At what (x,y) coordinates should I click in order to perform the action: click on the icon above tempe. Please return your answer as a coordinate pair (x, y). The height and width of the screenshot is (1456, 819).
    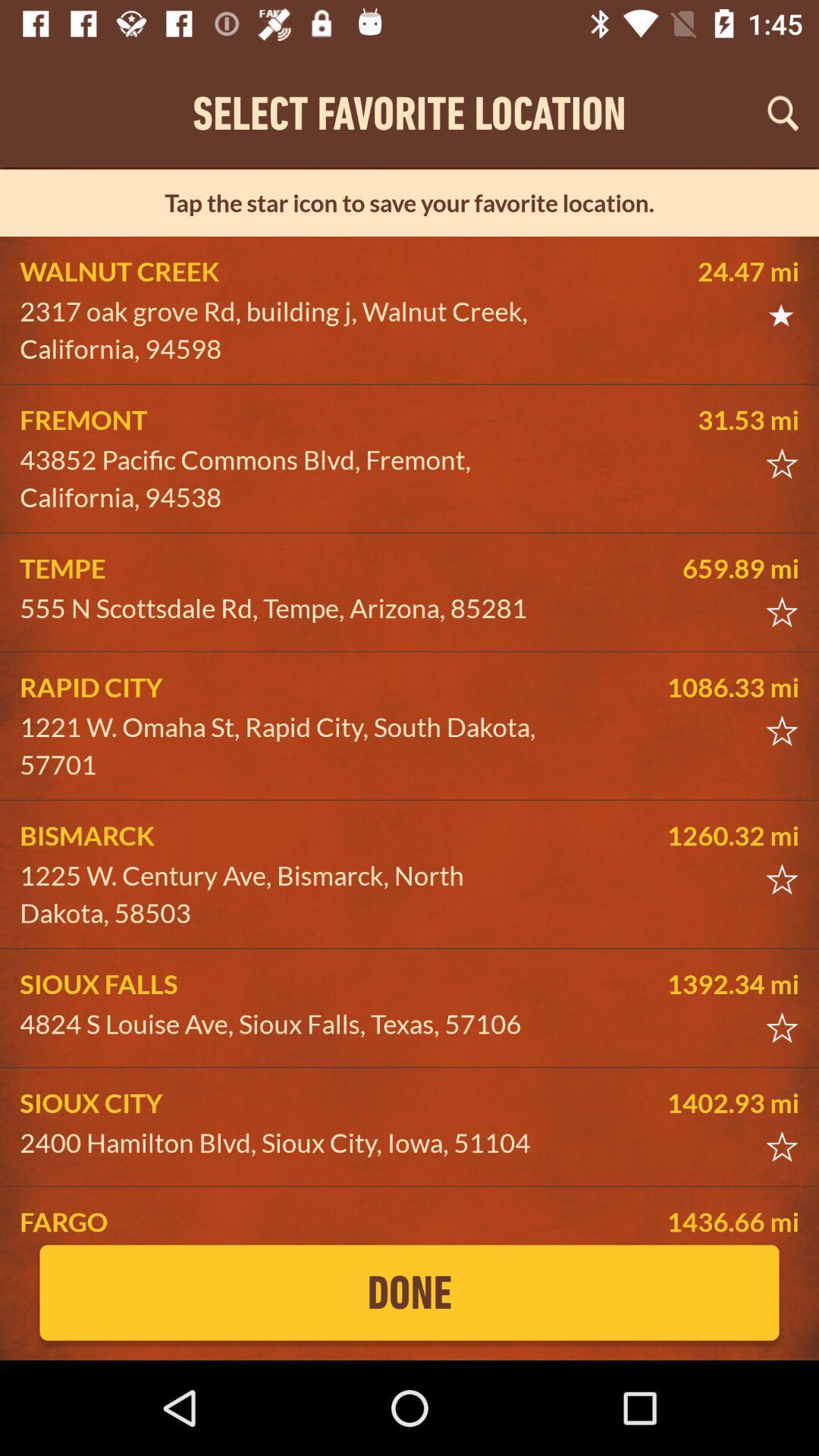
    Looking at the image, I should click on (285, 478).